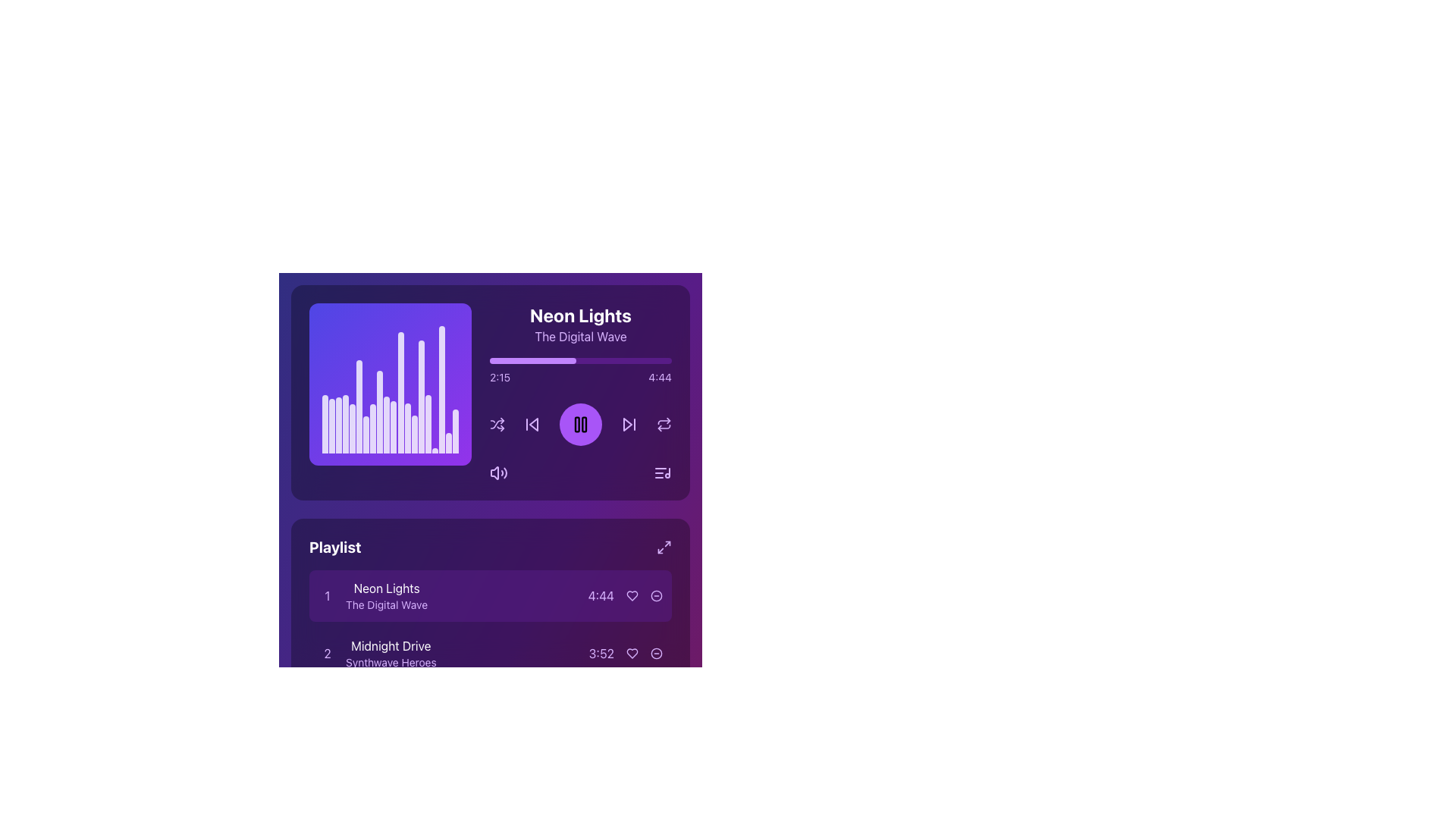 The width and height of the screenshot is (1456, 819). Describe the element at coordinates (629, 424) in the screenshot. I see `the skip forward button located in the control bar of the music player, which is the fourth icon from the left` at that location.